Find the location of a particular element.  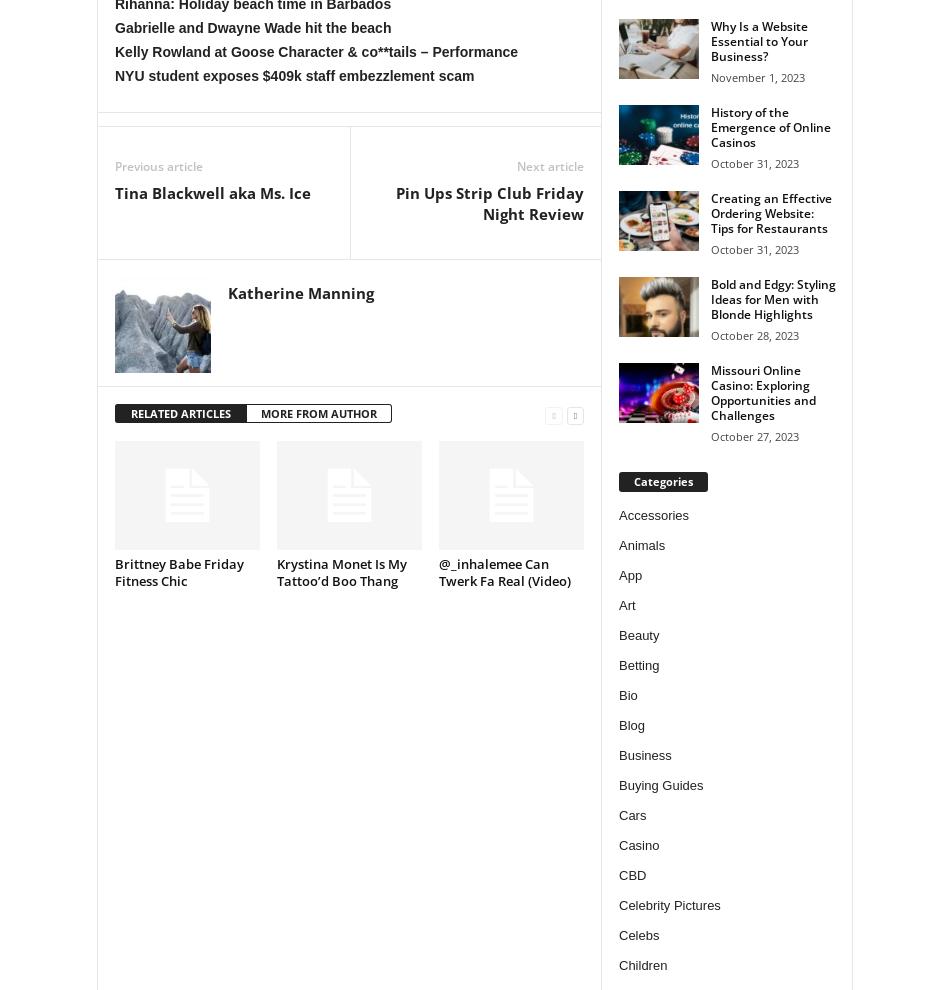

'Brittney Babe Friday Fitness Chic' is located at coordinates (179, 571).